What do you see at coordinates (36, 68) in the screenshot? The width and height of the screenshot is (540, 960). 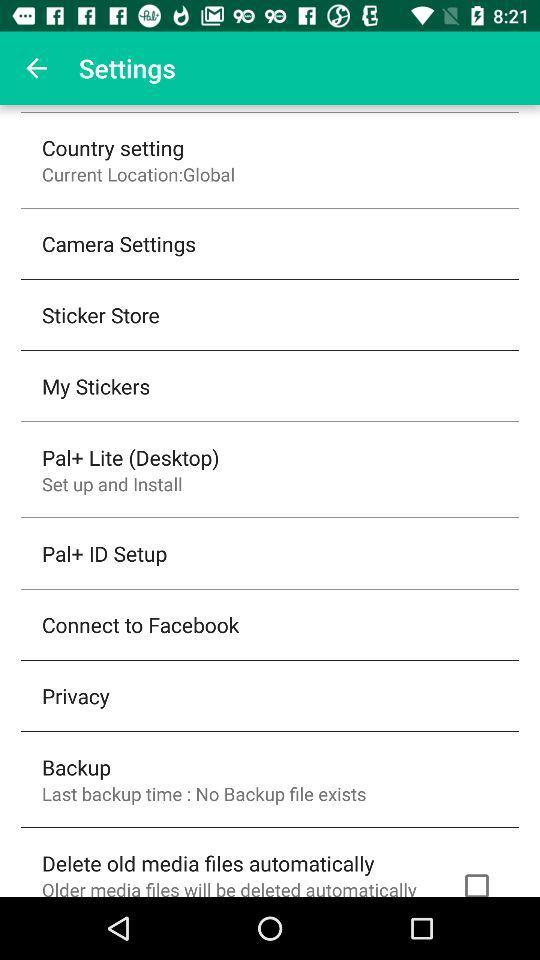 I see `icon above country setting item` at bounding box center [36, 68].